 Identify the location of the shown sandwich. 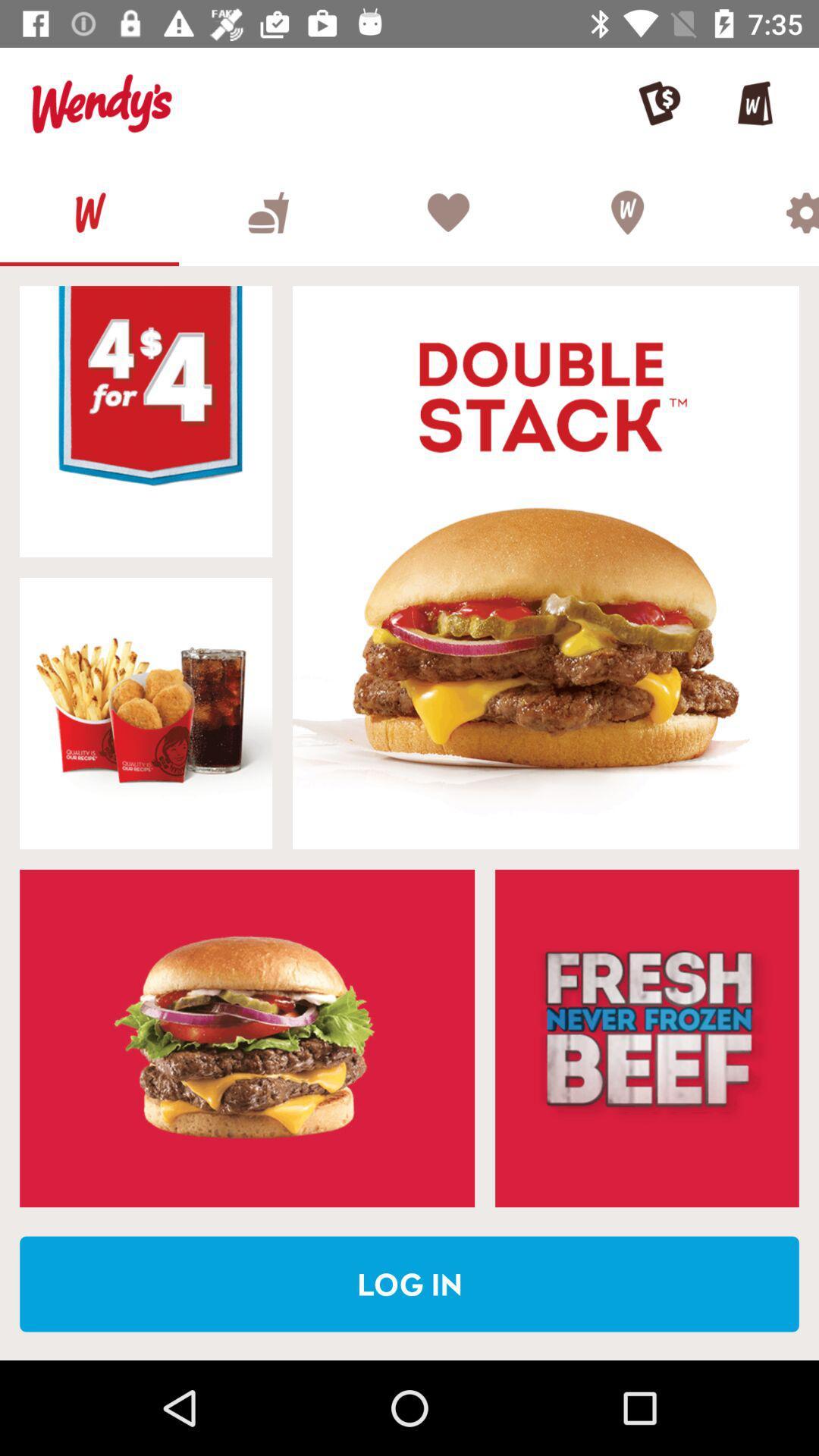
(246, 1037).